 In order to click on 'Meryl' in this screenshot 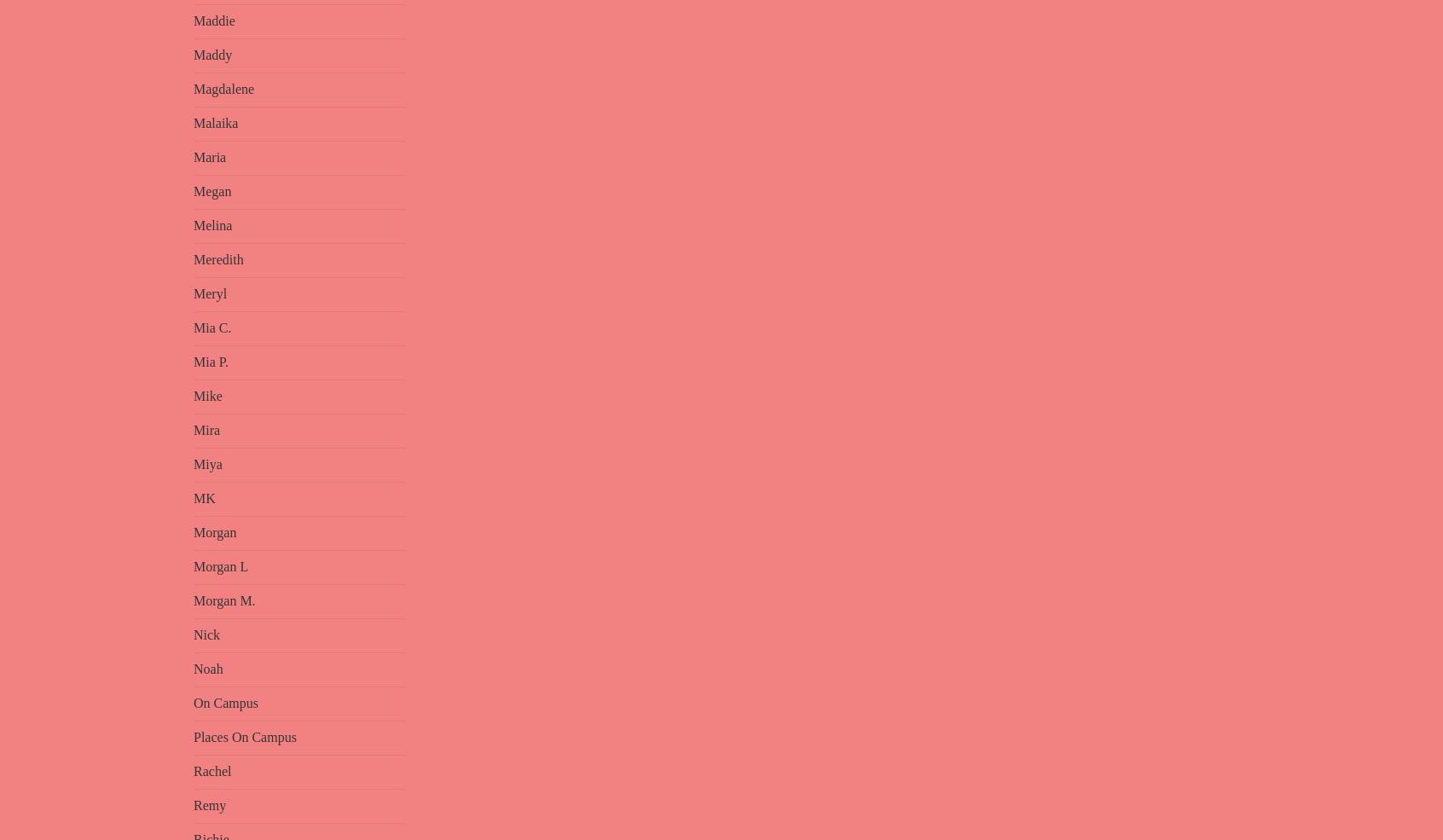, I will do `click(210, 293)`.